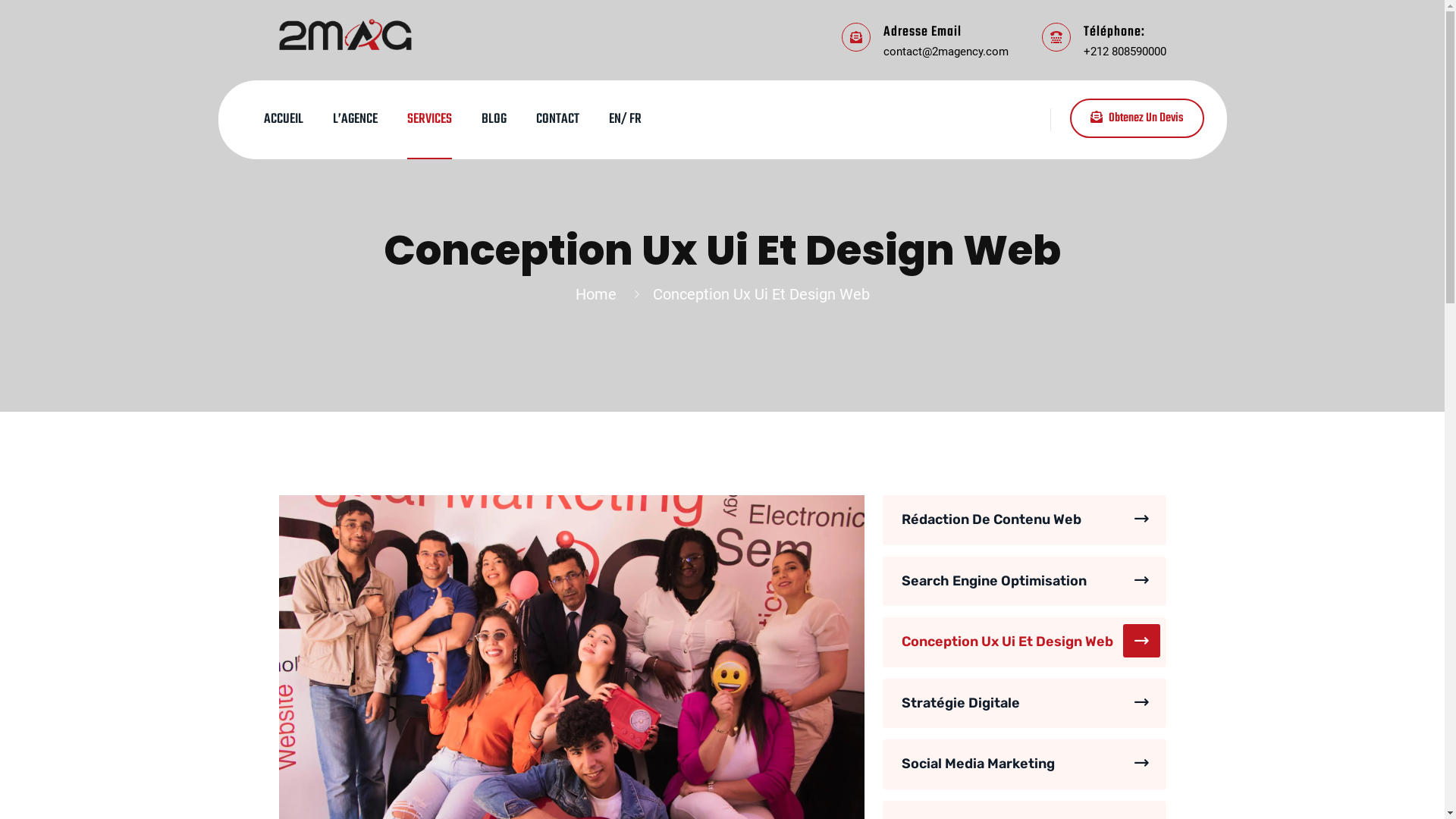 This screenshot has width=1456, height=819. Describe the element at coordinates (493, 119) in the screenshot. I see `'BLOG'` at that location.